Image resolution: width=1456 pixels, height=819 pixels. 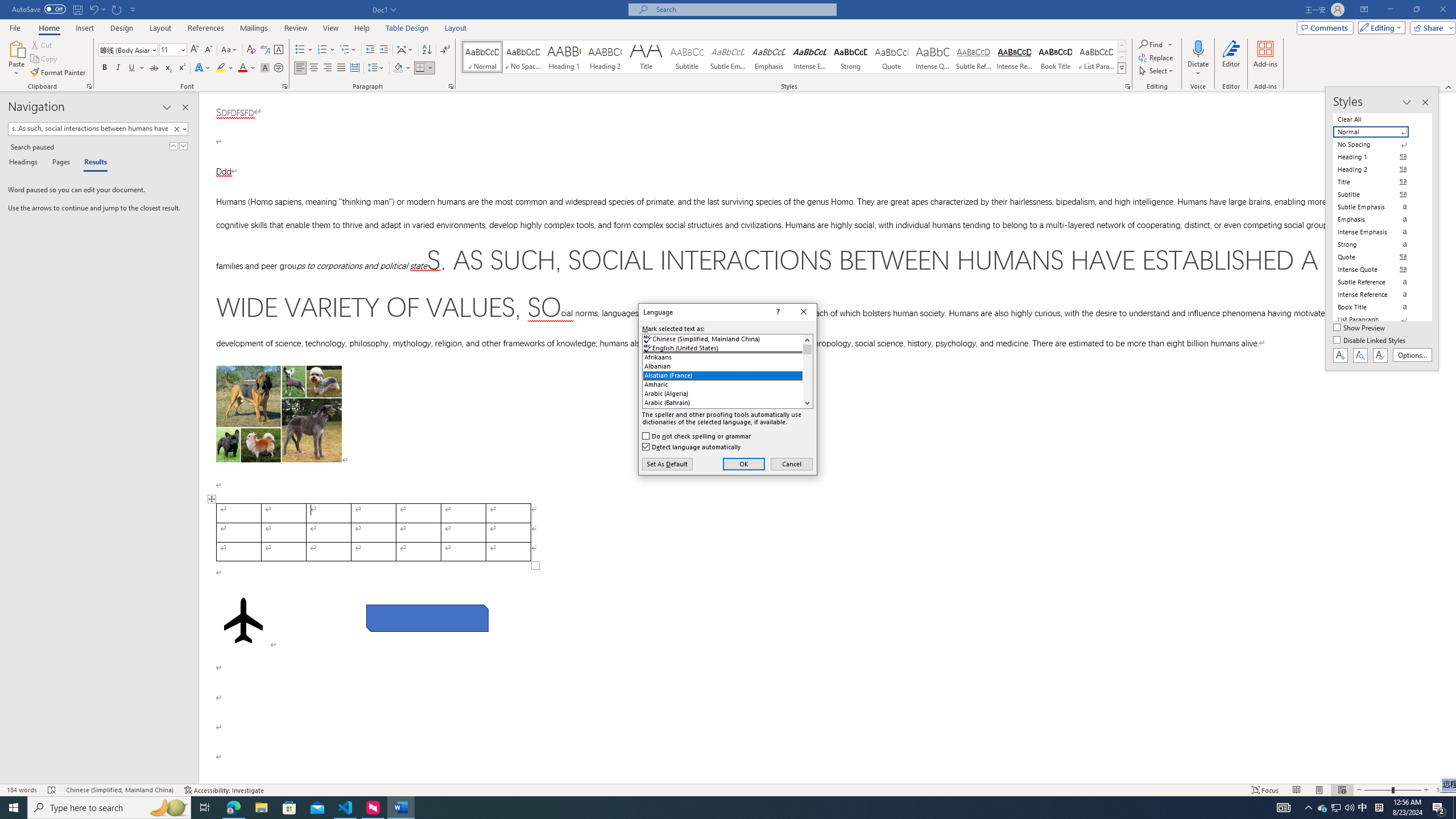 I want to click on 'Subscript', so click(x=167, y=67).